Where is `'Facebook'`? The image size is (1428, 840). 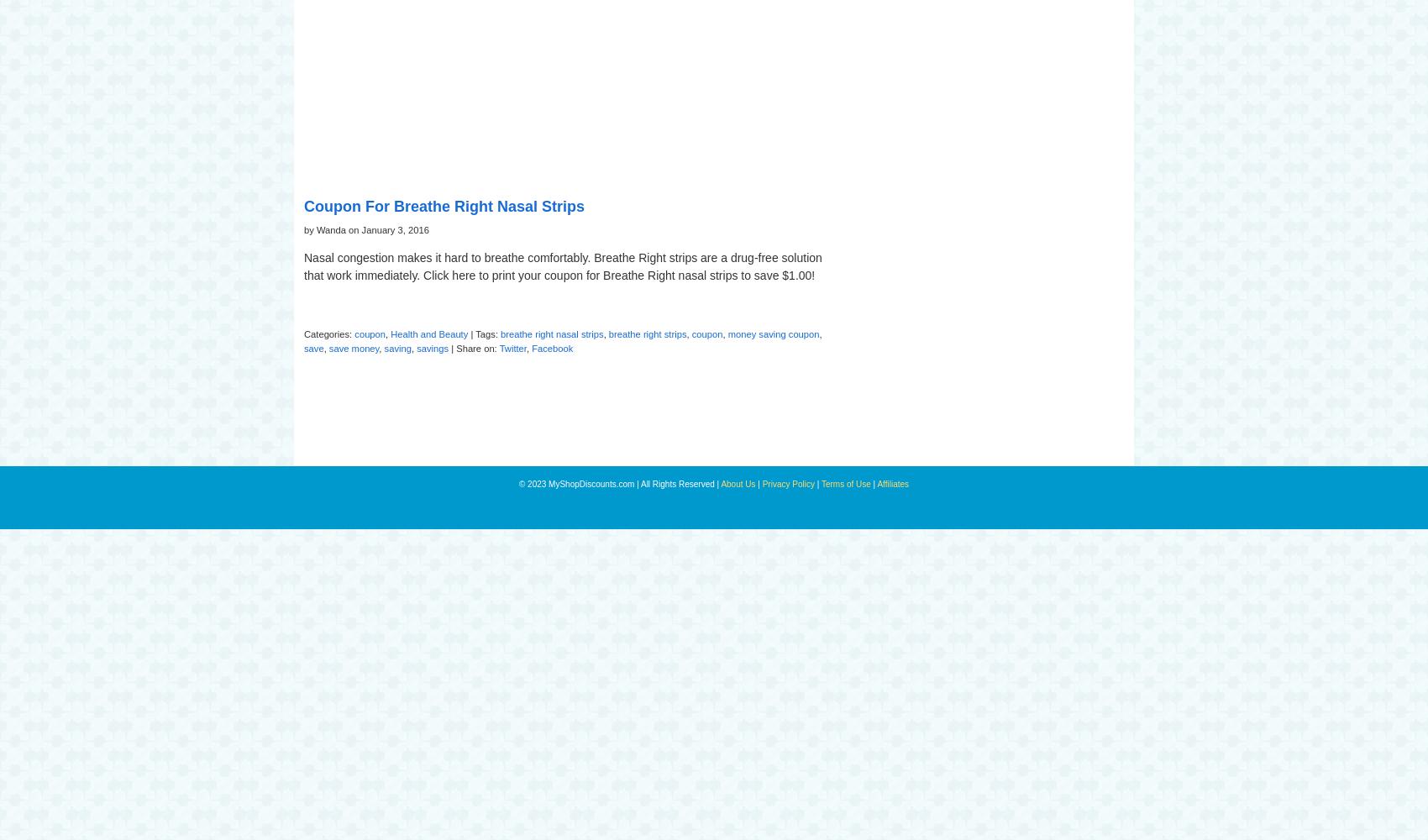
'Facebook' is located at coordinates (552, 348).